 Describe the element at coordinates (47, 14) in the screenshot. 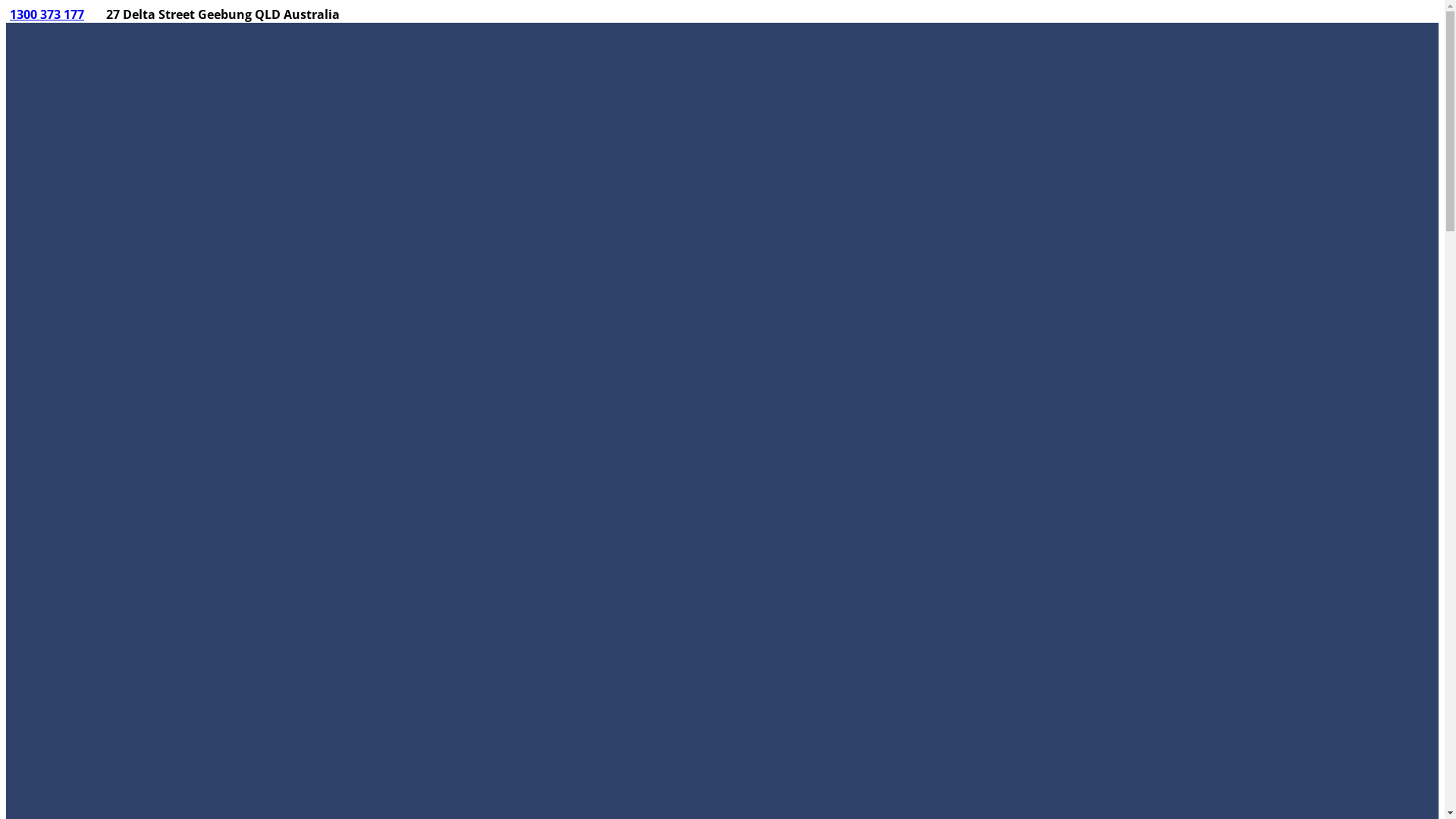

I see `'1300 373 177'` at that location.